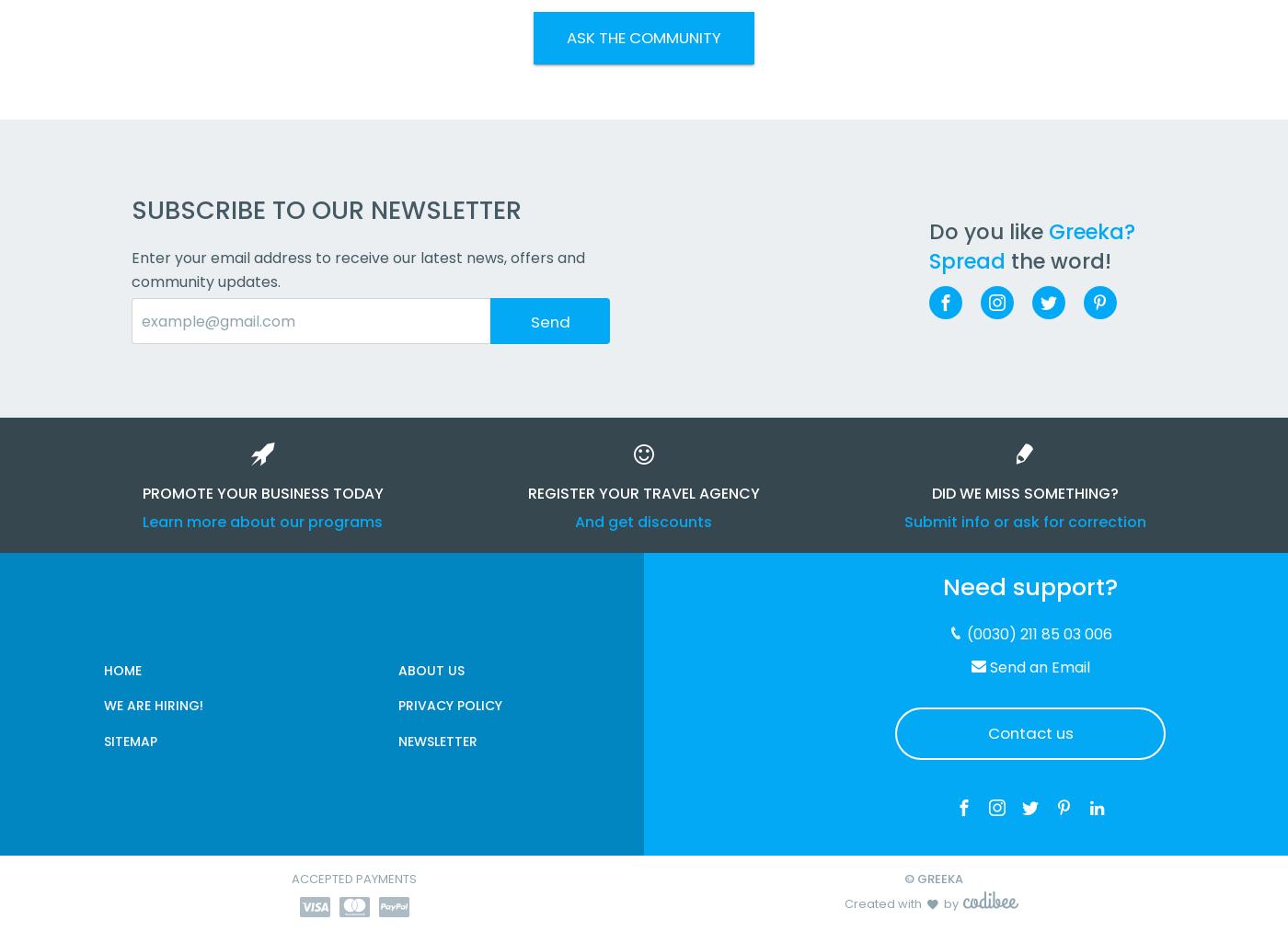 The height and width of the screenshot is (943, 1288). Describe the element at coordinates (882, 902) in the screenshot. I see `'Created with'` at that location.